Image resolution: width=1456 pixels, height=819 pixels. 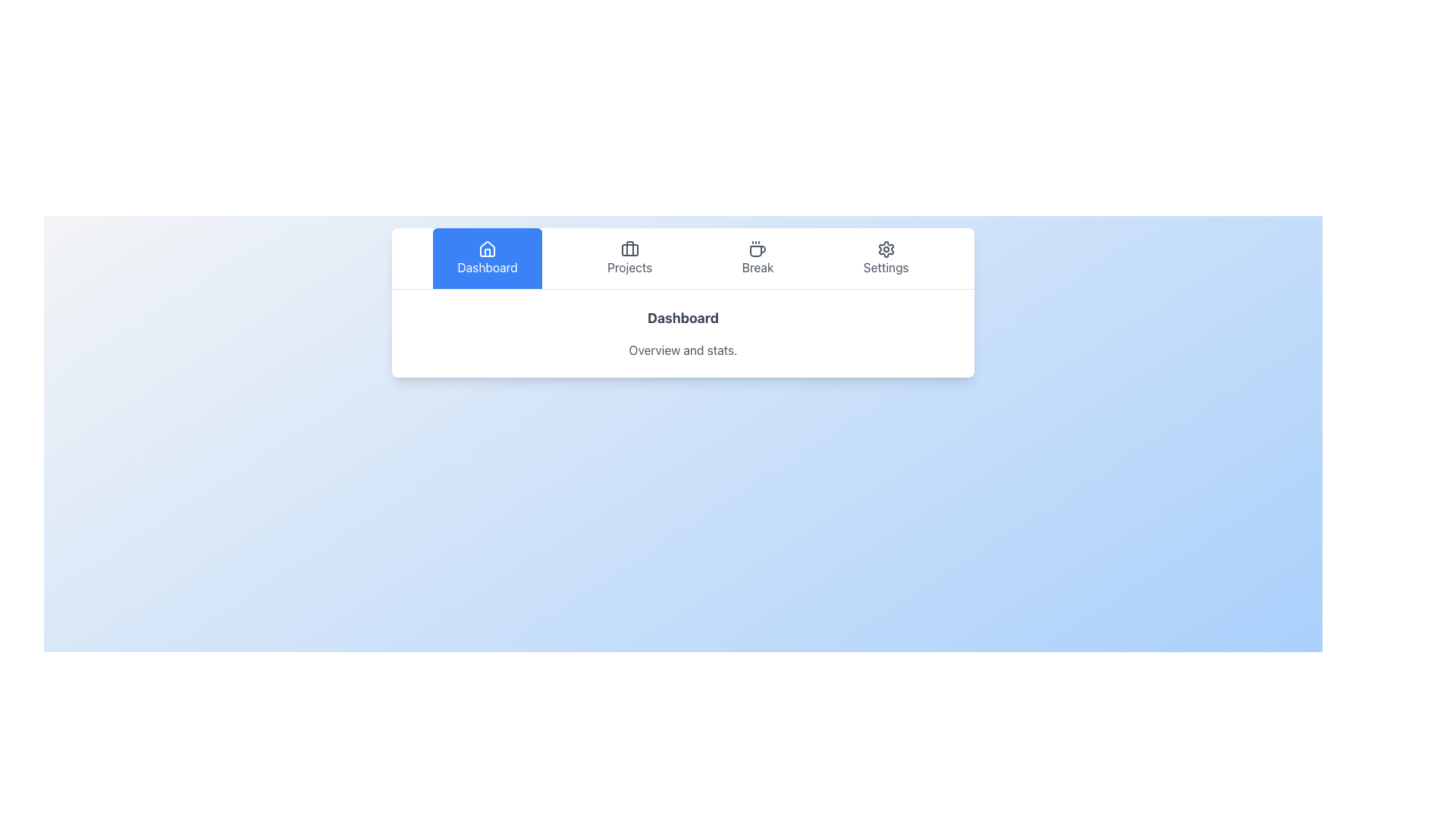 I want to click on the 'Break' button, which features a coffee mug icon with steam and a gray text label below it, so click(x=758, y=257).